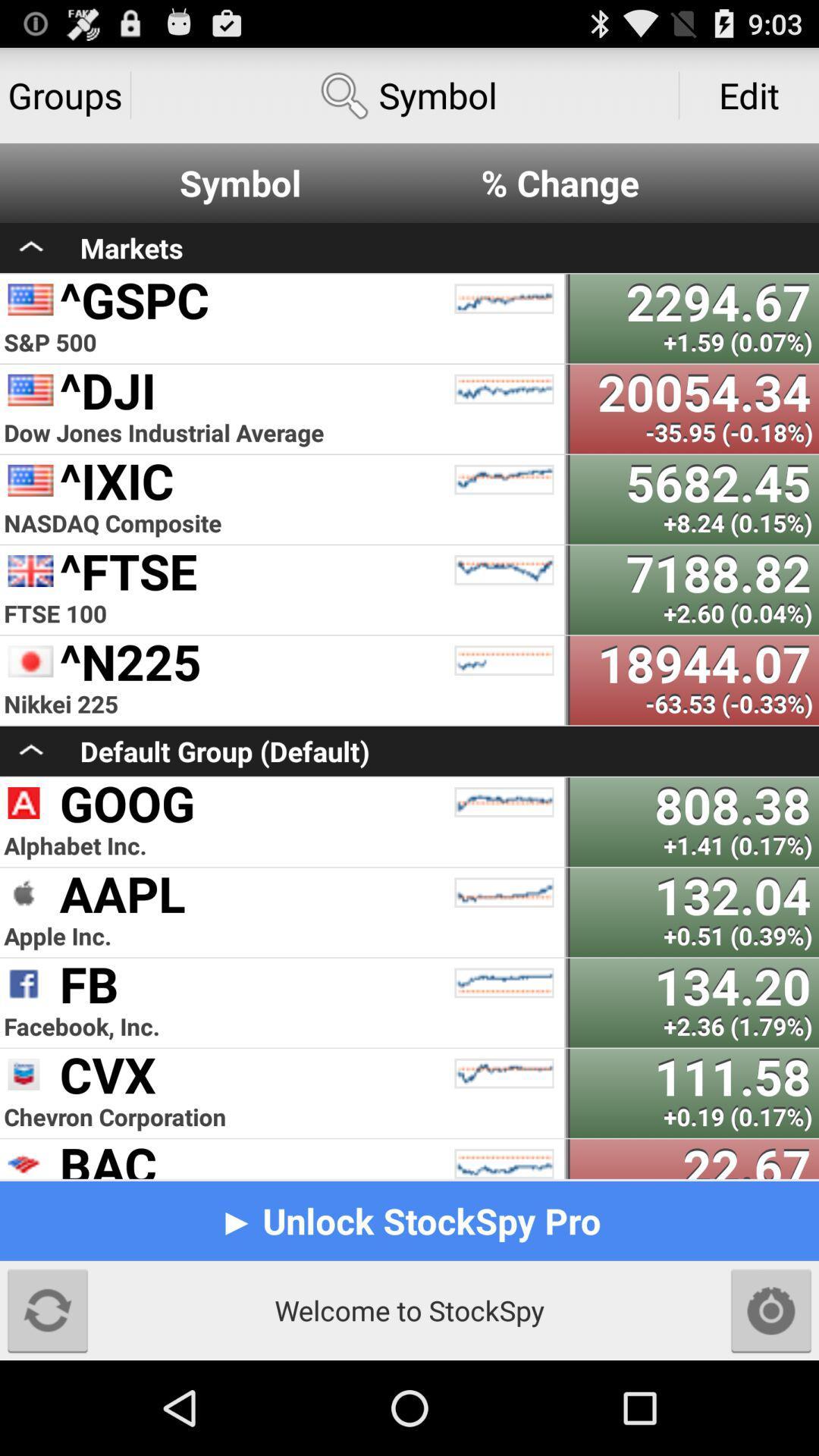 The width and height of the screenshot is (819, 1456). I want to click on the refresh icon, so click(46, 1401).